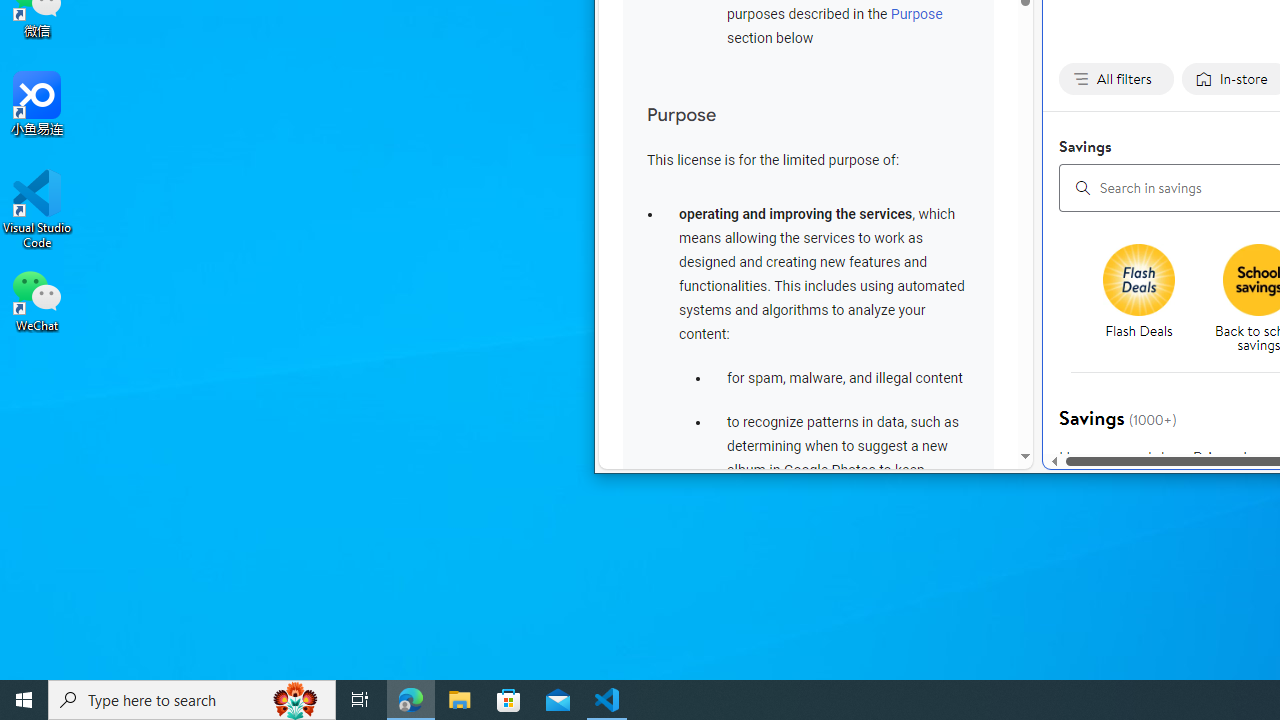 This screenshot has height=720, width=1280. Describe the element at coordinates (1115, 78) in the screenshot. I see `'All filters none applied, activate to change'` at that location.